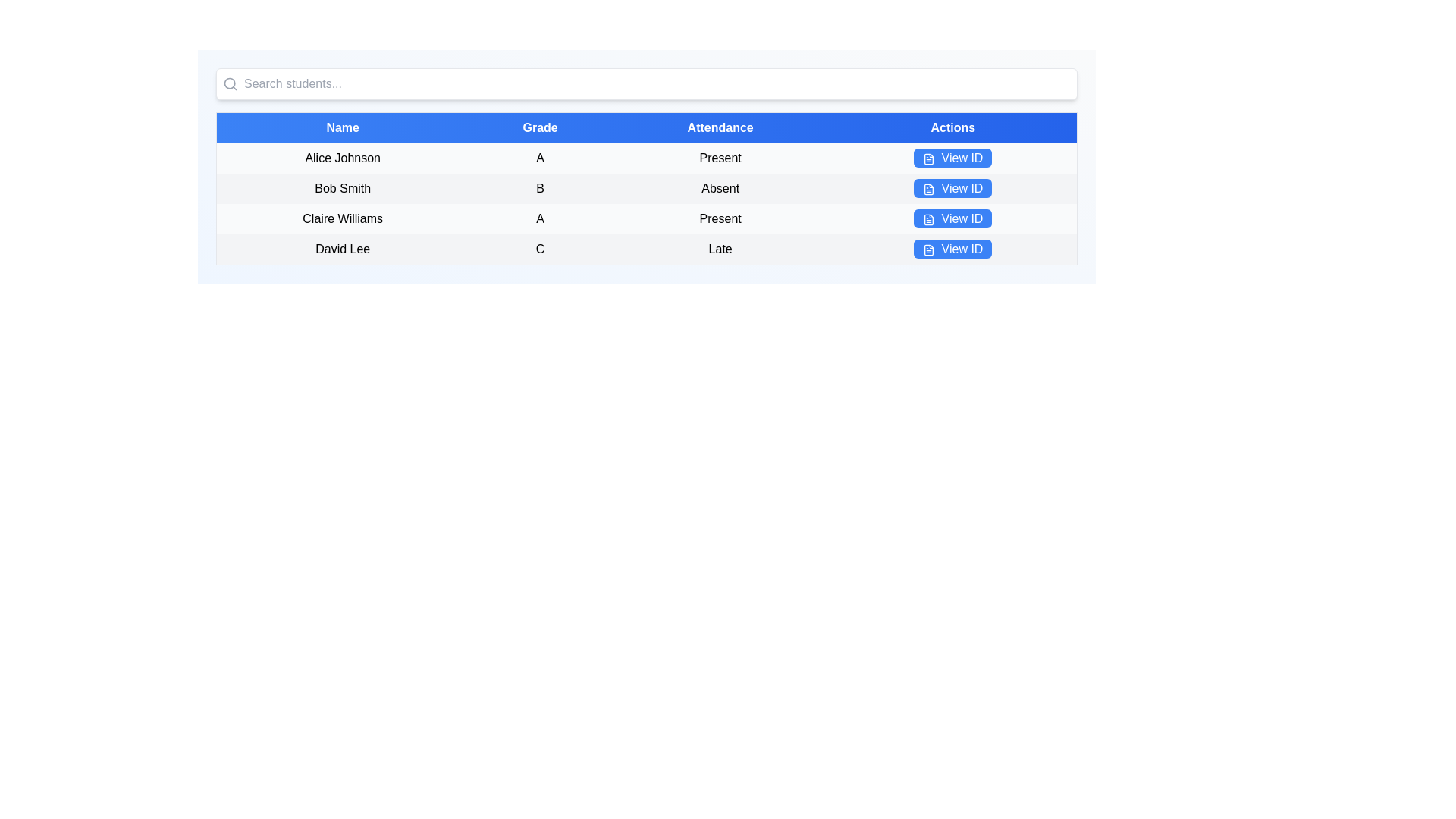 The height and width of the screenshot is (819, 1456). What do you see at coordinates (341, 219) in the screenshot?
I see `the text label representing the name of an individual in the third row of the data table under the 'Name' column` at bounding box center [341, 219].